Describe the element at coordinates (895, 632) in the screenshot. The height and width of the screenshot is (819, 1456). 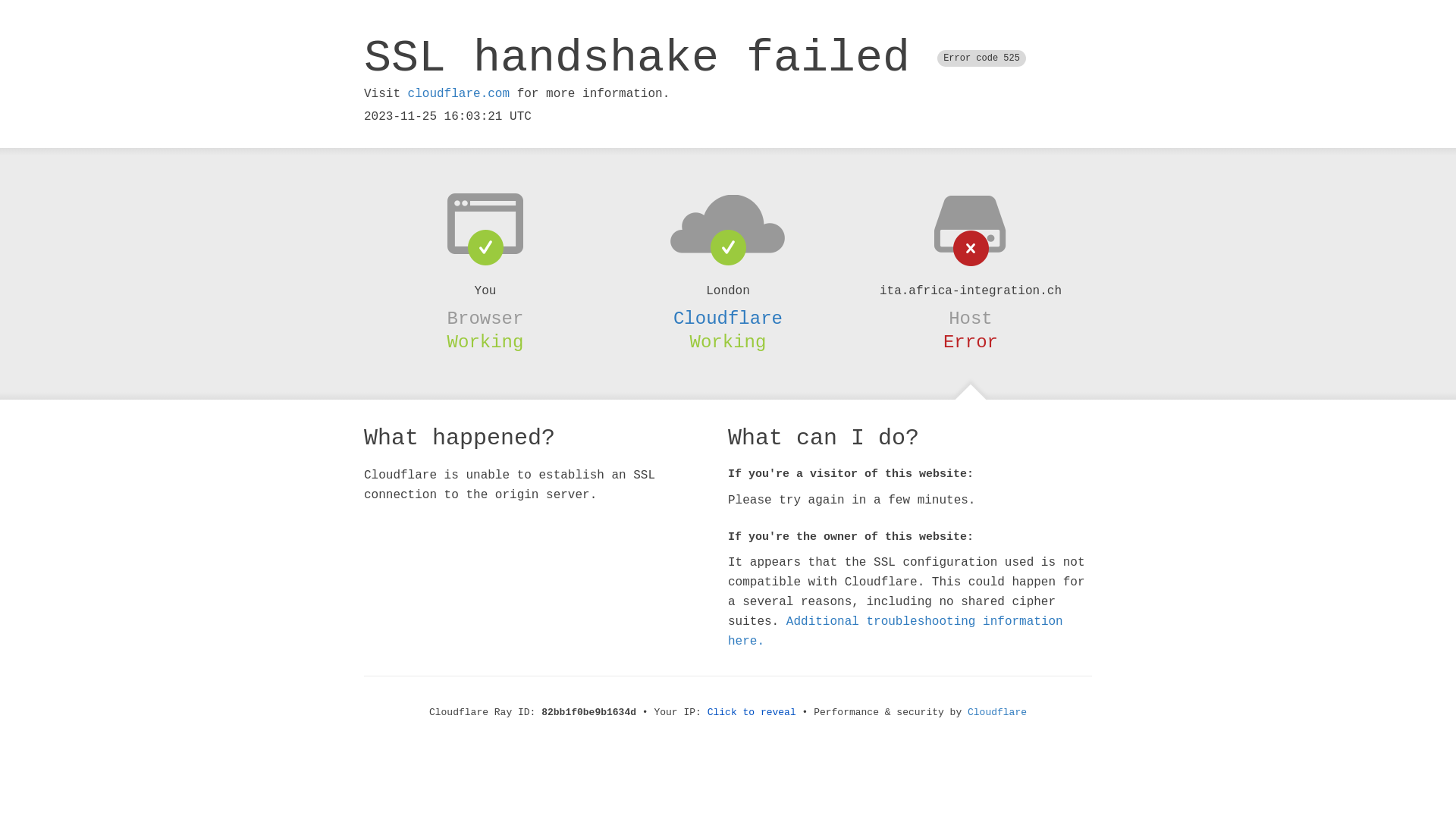
I see `'Additional troubleshooting information here.'` at that location.